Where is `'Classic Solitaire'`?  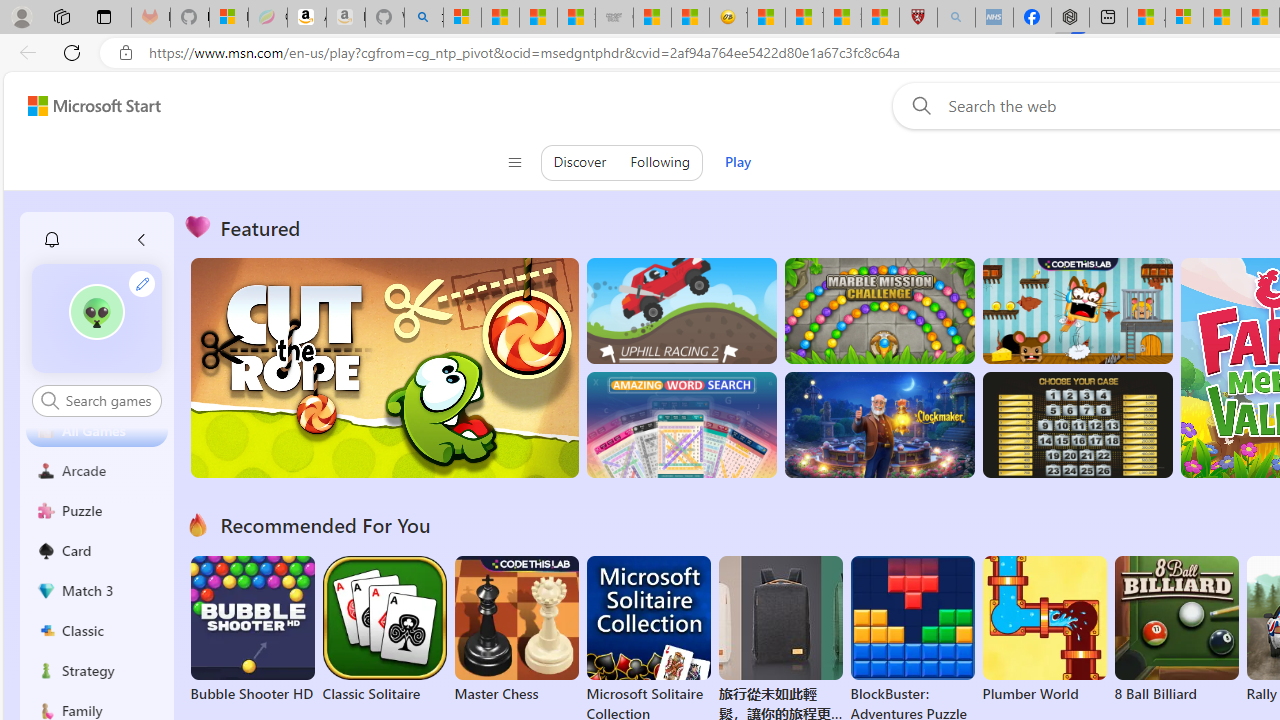 'Classic Solitaire' is located at coordinates (384, 630).